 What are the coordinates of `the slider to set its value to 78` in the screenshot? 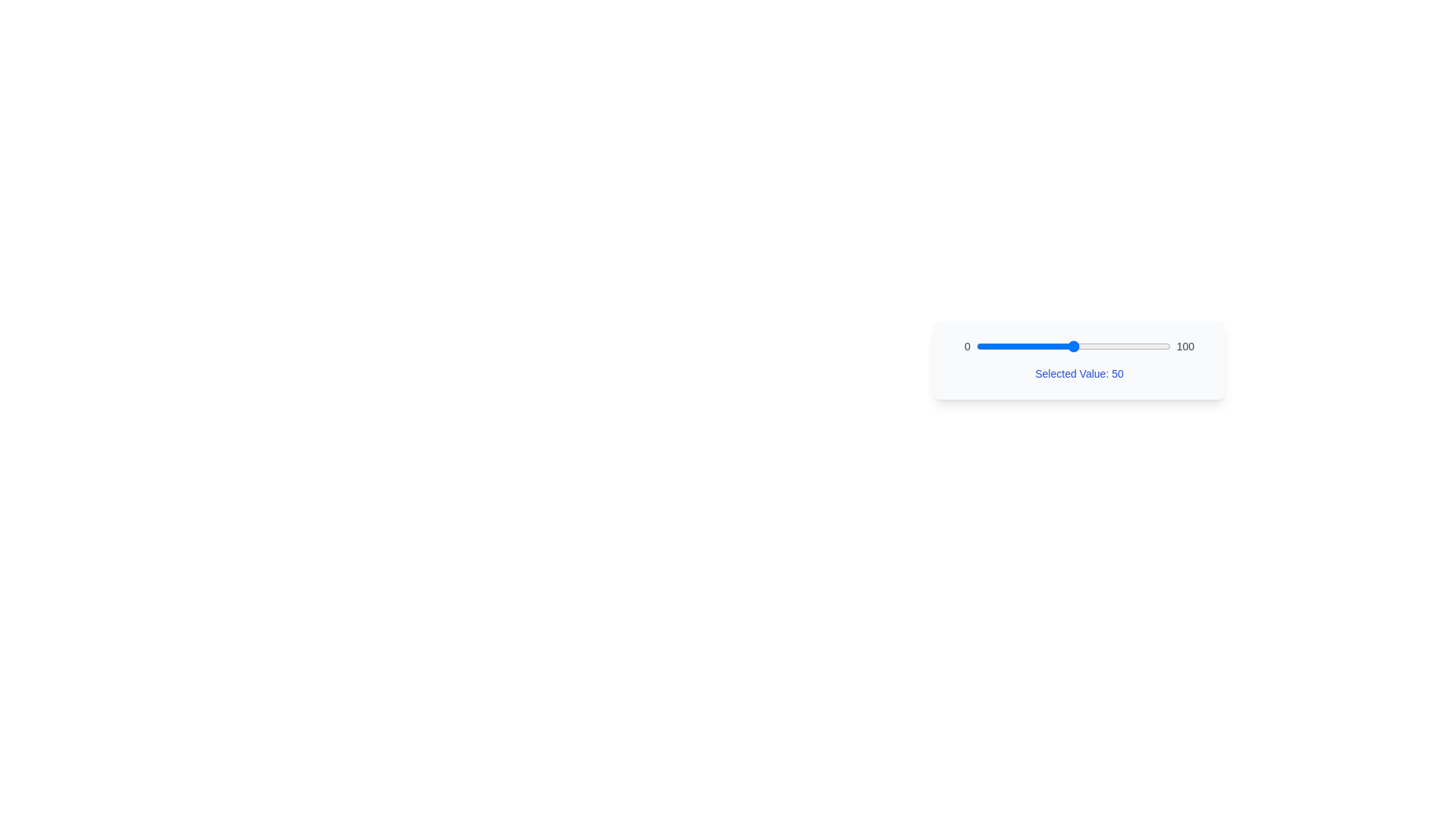 It's located at (1128, 346).